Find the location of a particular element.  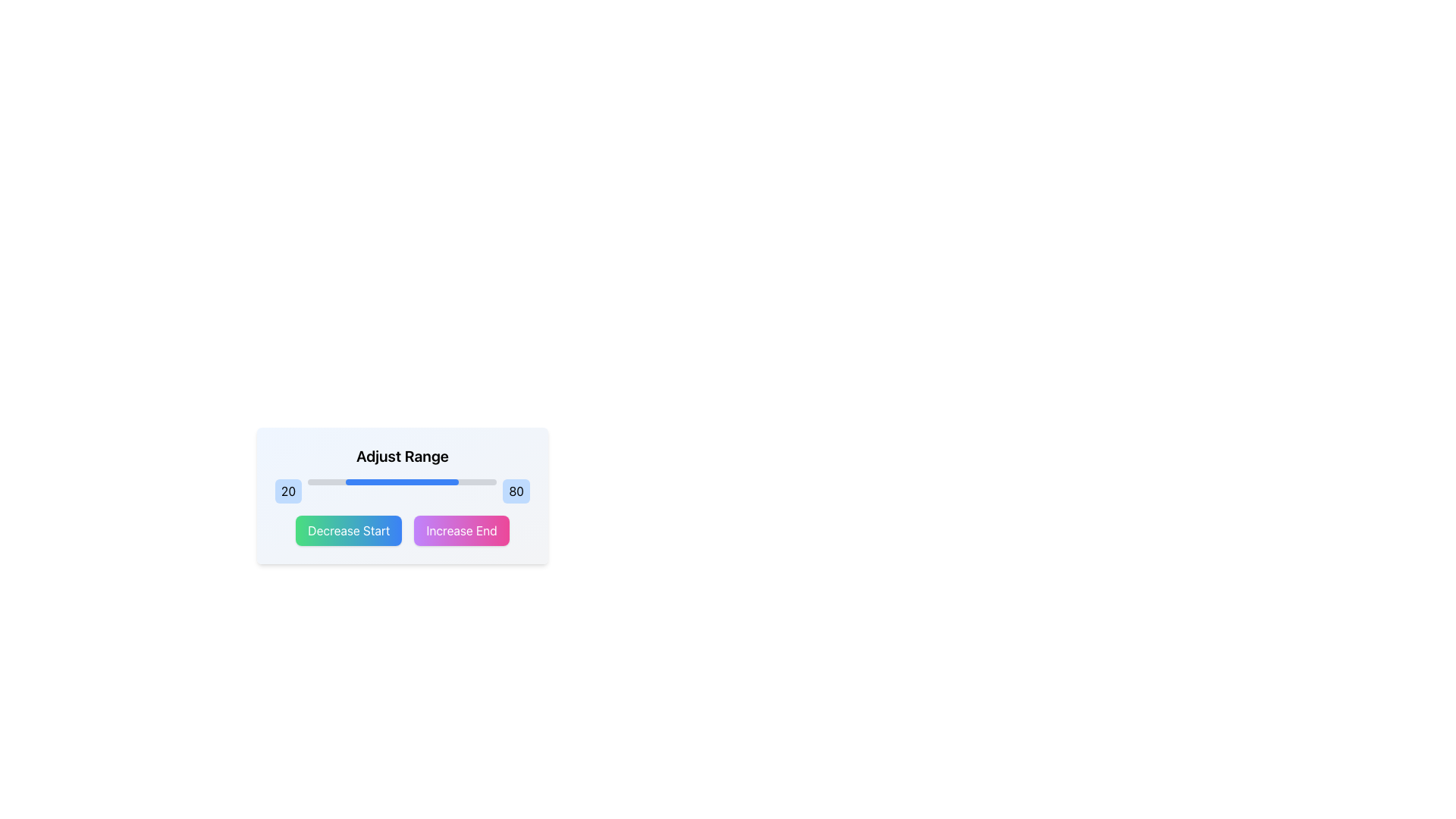

the 'Decrease Start' button, which is a rectangular button with a gradient background from green to blue and white text, located in the lower part of the interface next to the 'Increase End' button is located at coordinates (348, 529).